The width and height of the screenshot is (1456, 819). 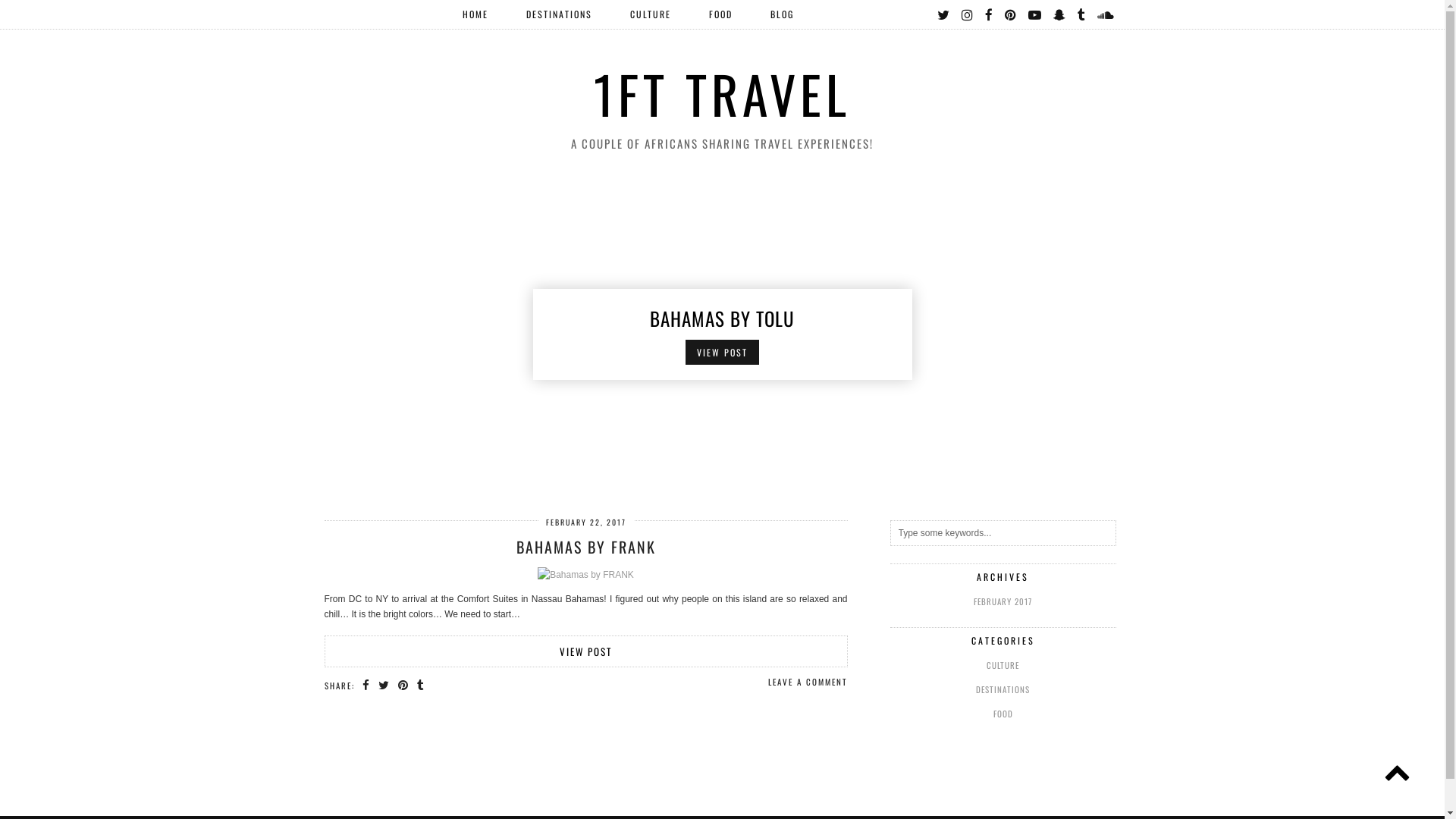 I want to click on 'Bahamas by FRANK', so click(x=585, y=573).